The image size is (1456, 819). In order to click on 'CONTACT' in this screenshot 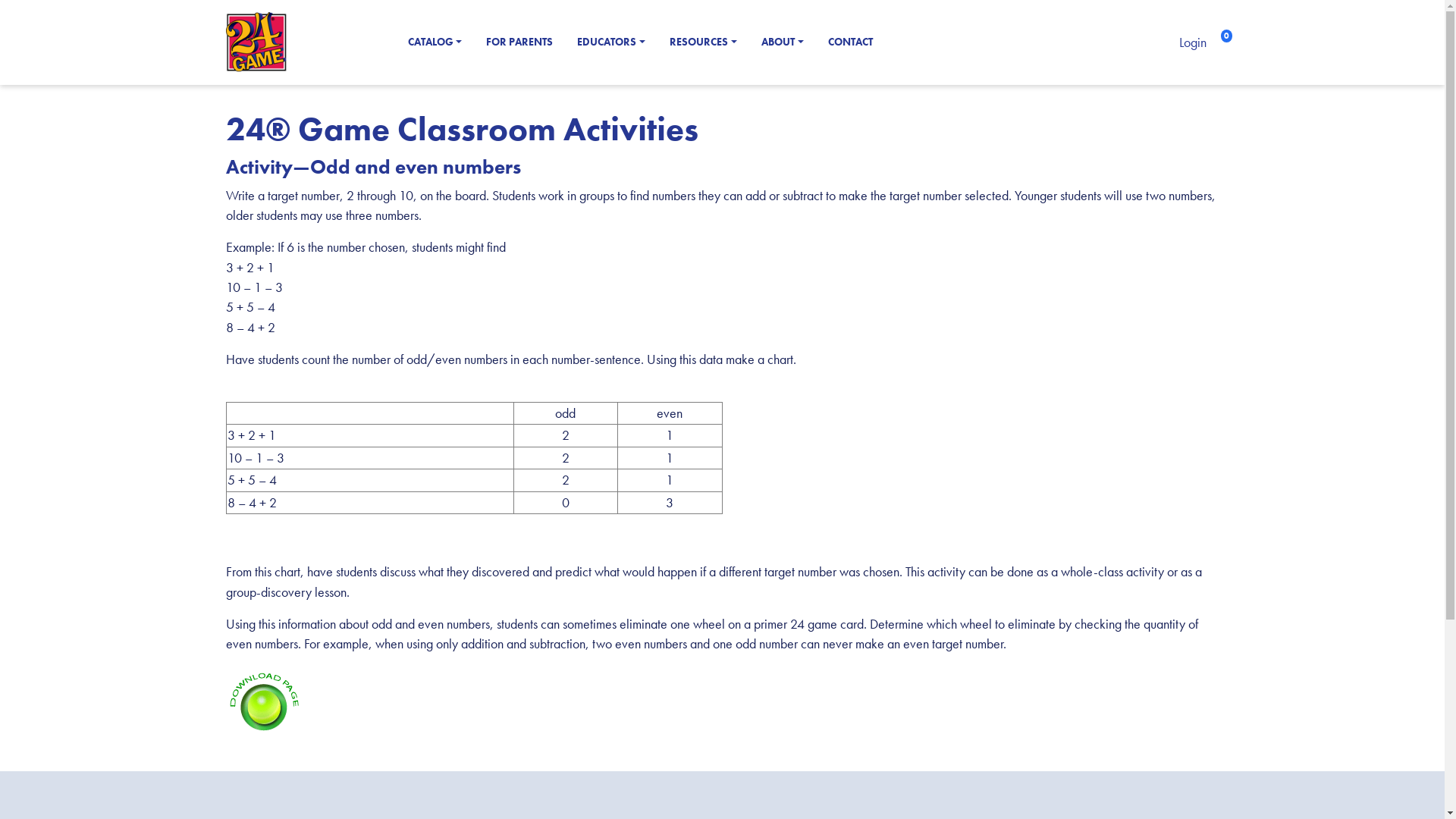, I will do `click(814, 42)`.